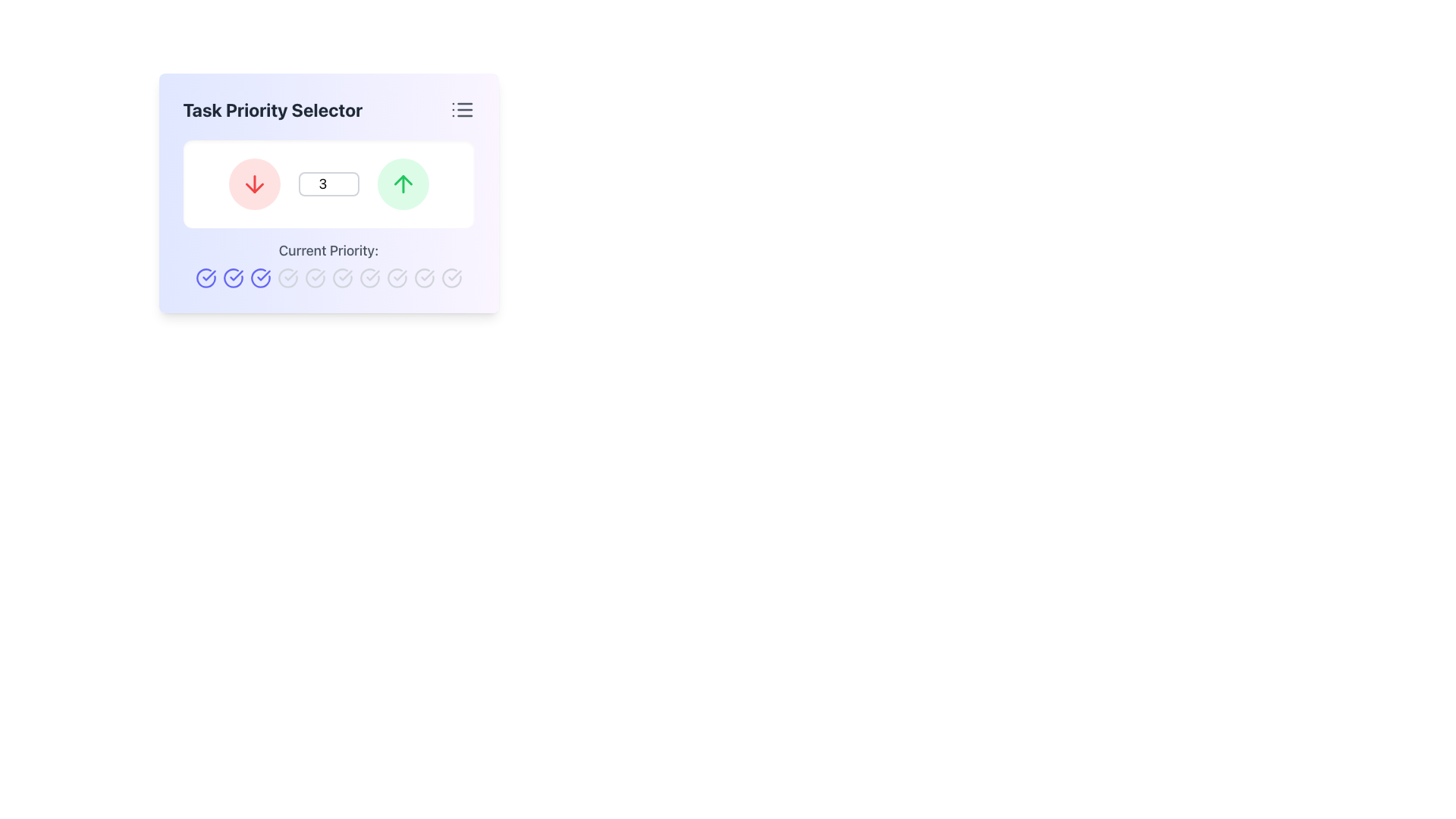 This screenshot has width=1456, height=819. What do you see at coordinates (397, 278) in the screenshot?
I see `the circular icon with a dashed perimeter located in the bottom row of indicators, specifically the fifth icon from the left` at bounding box center [397, 278].